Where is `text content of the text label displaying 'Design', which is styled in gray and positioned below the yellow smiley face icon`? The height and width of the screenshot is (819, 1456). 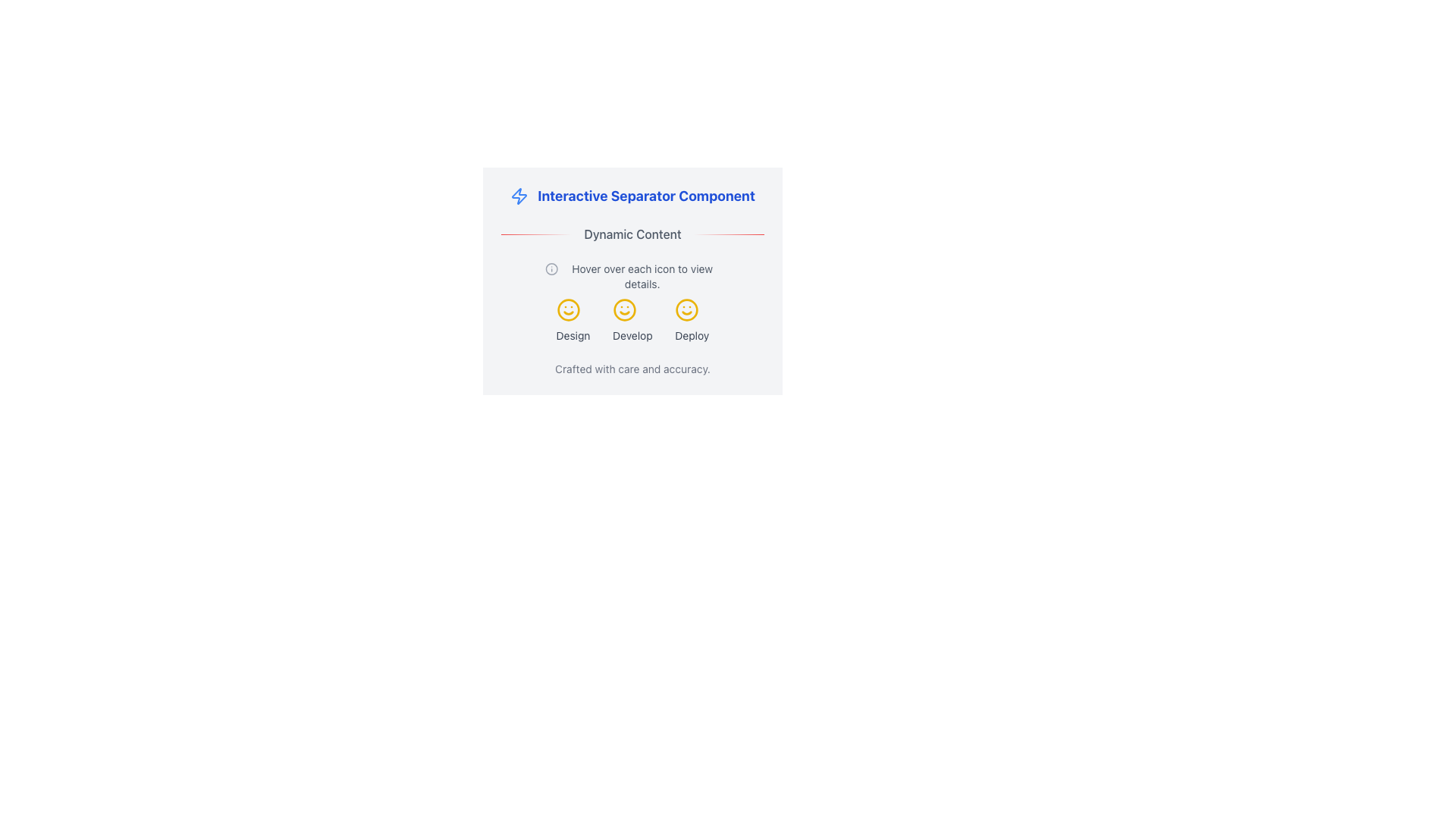 text content of the text label displaying 'Design', which is styled in gray and positioned below the yellow smiley face icon is located at coordinates (573, 335).